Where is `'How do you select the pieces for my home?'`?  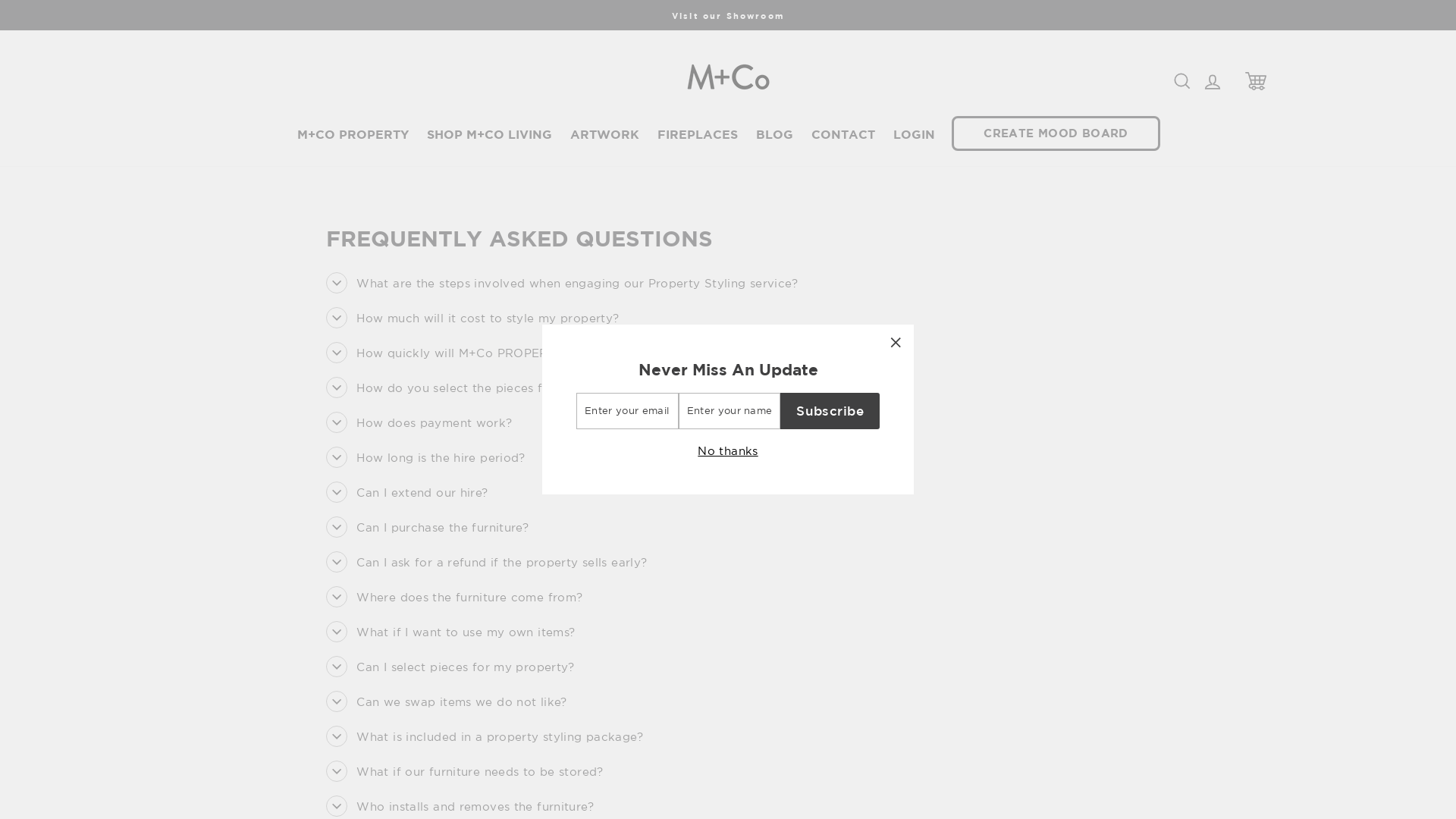
'How do you select the pieces for my home?' is located at coordinates (472, 386).